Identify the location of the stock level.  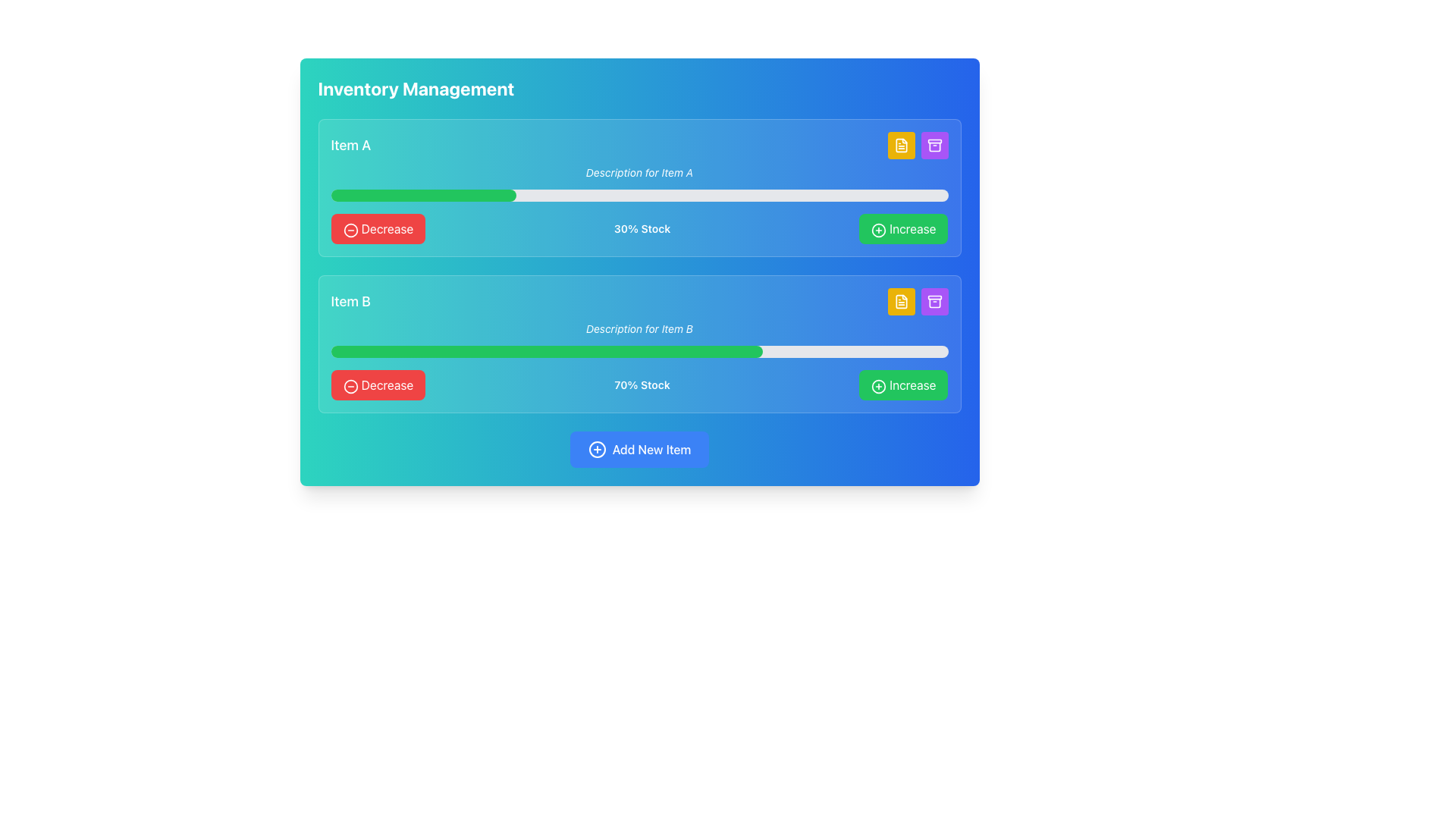
(899, 195).